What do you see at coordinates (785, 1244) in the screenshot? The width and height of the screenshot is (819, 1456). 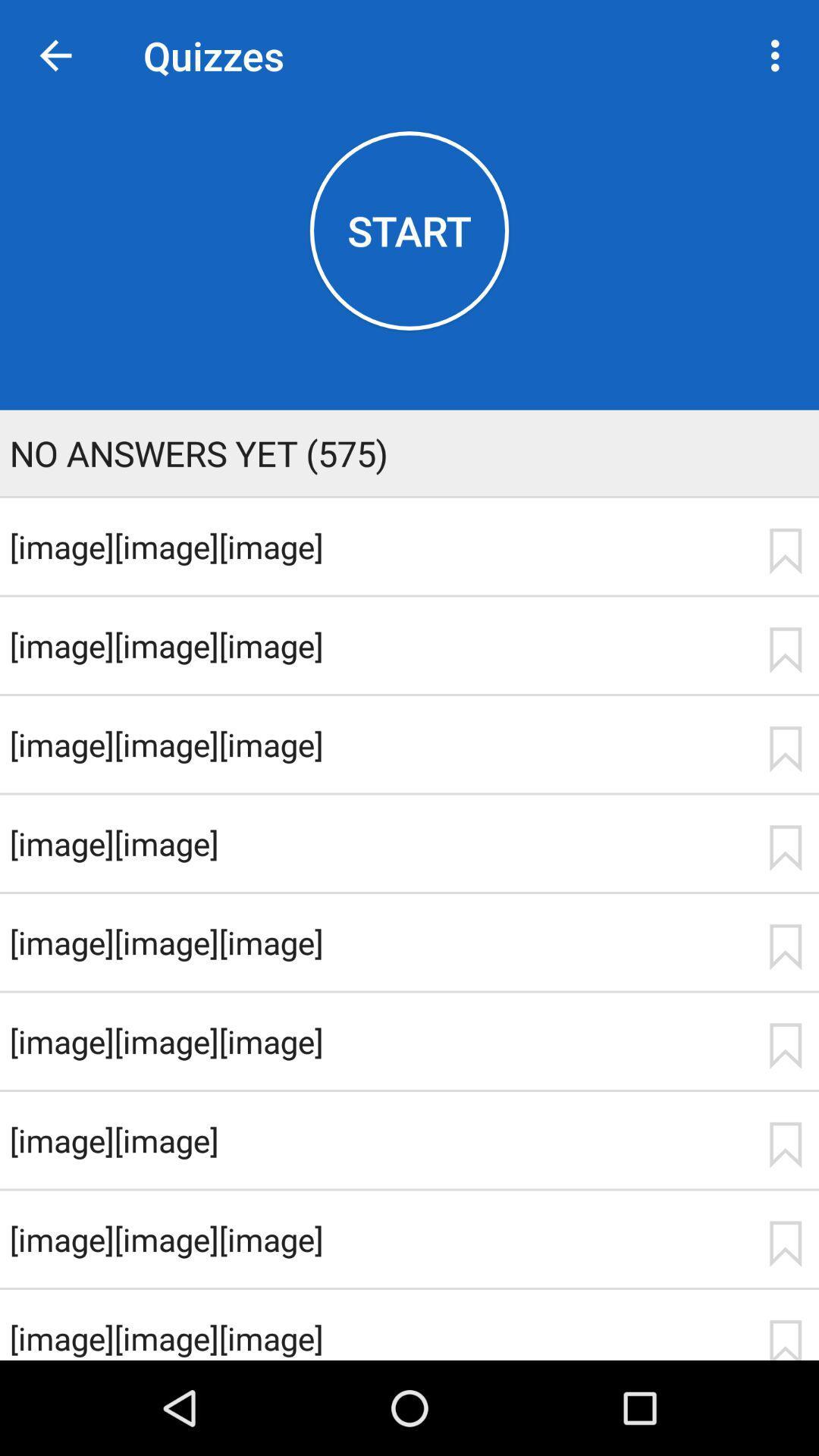 I see `the icon next to the [image][image][image] app` at bounding box center [785, 1244].